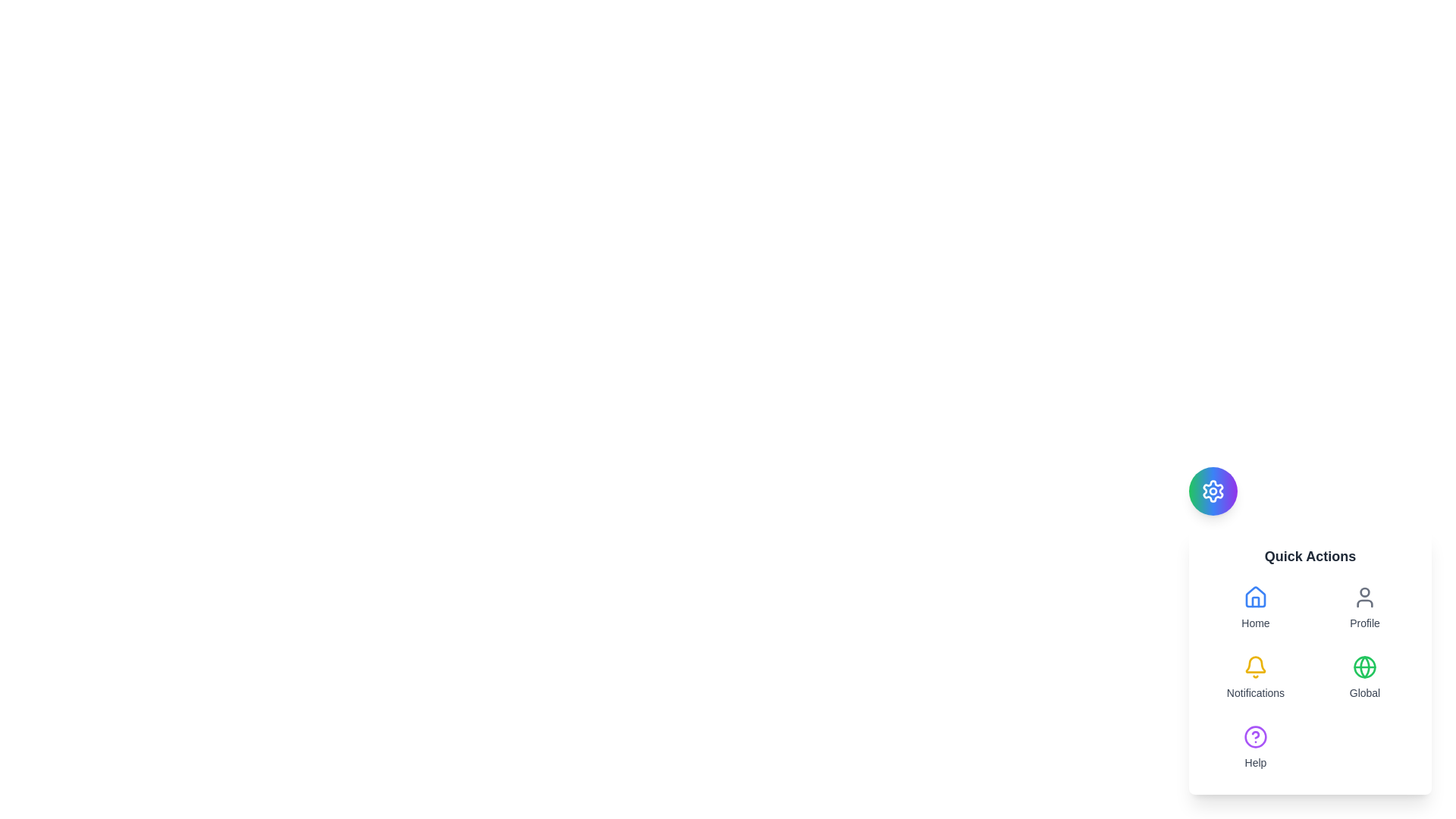 This screenshot has width=1456, height=819. What do you see at coordinates (1256, 664) in the screenshot?
I see `the notification icon located in the 'Quick Actions' panel, which is the third option below 'Home' and 'Profile', and to the left of 'Global'` at bounding box center [1256, 664].